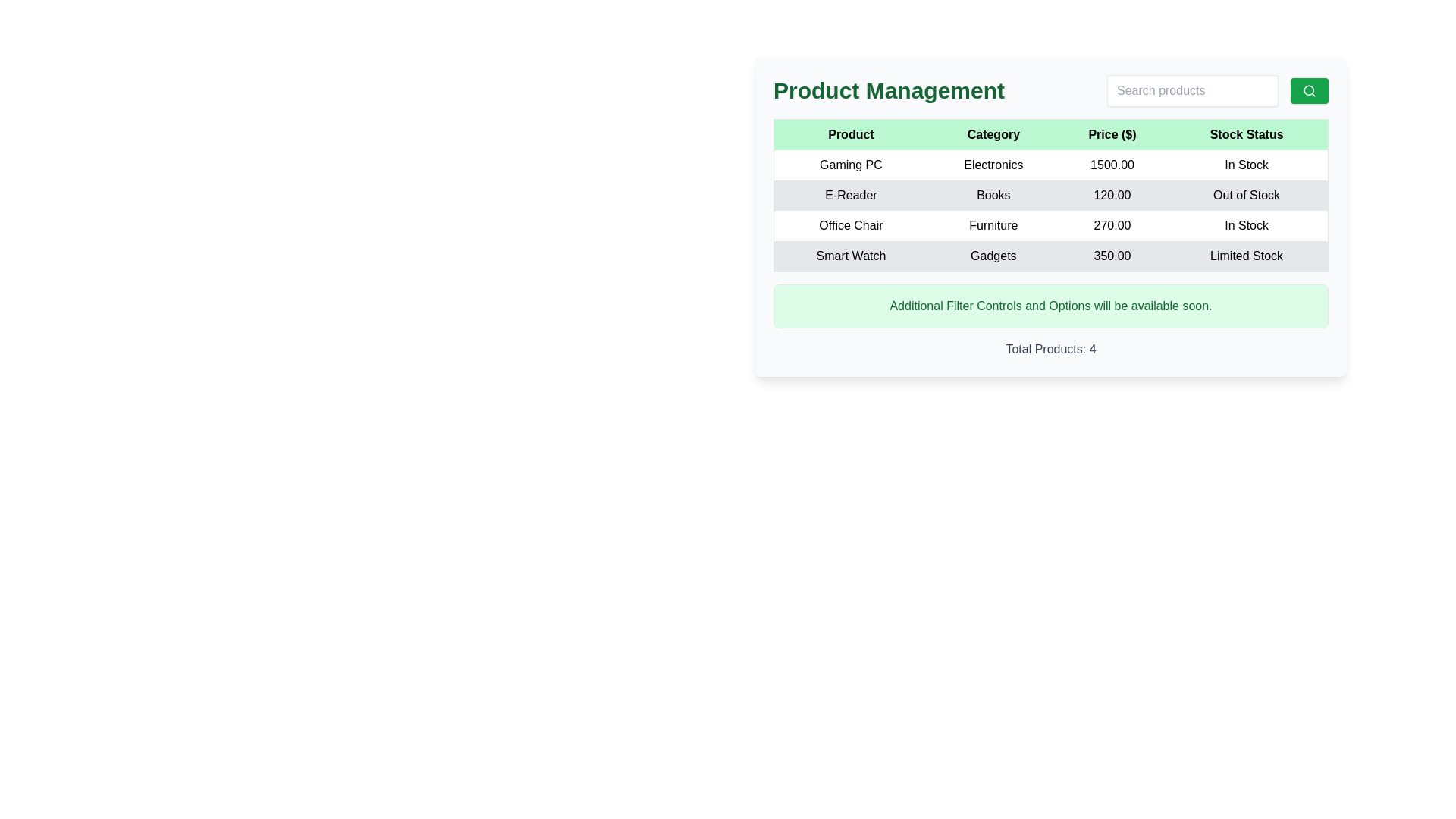 The image size is (1456, 819). Describe the element at coordinates (1247, 225) in the screenshot. I see `the text label displaying the stock status for the product 'Office Chair', located in the fourth column of its row, adjacent to the price label '270.00'` at that location.